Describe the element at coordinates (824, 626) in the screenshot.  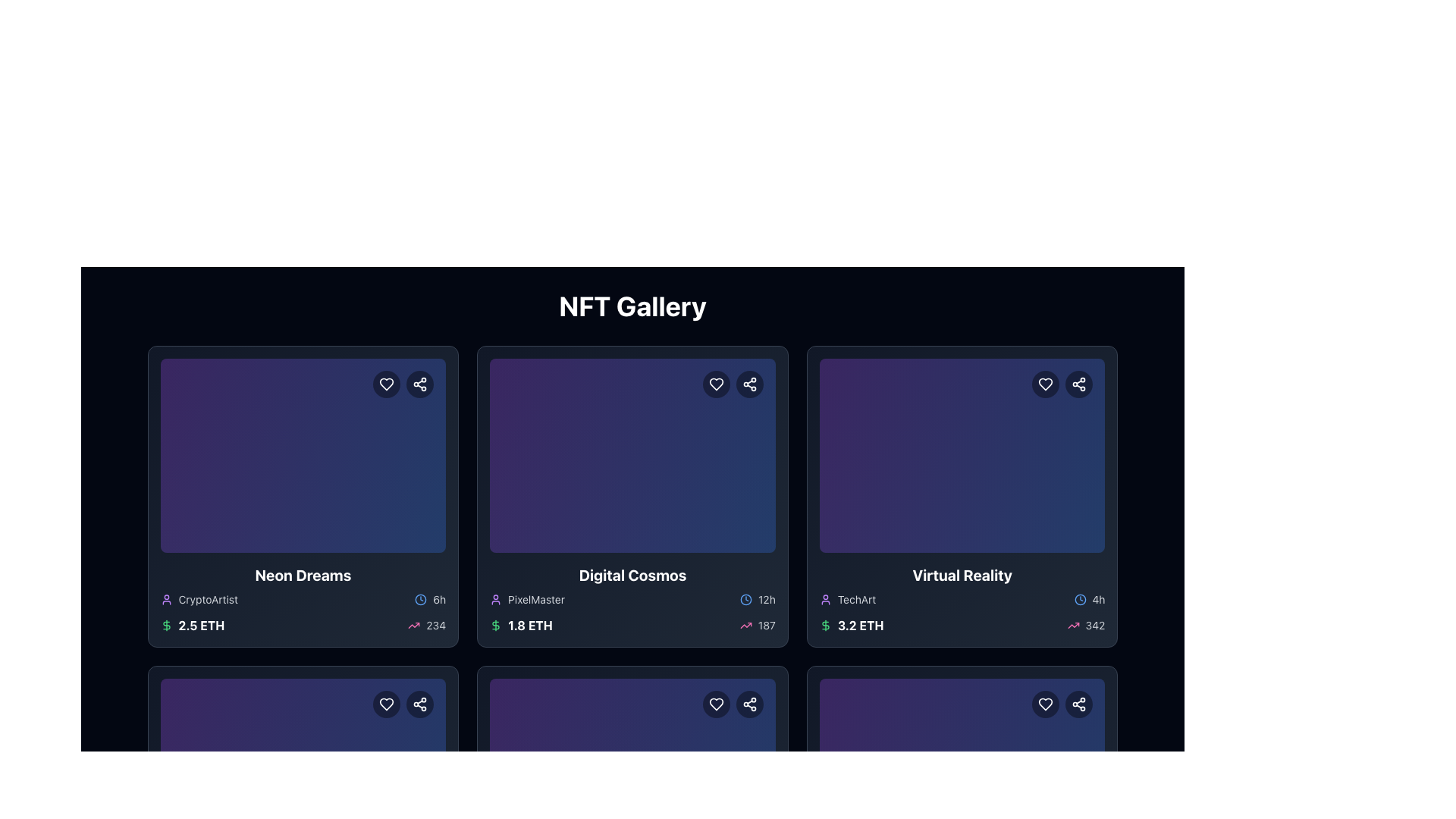
I see `the dollar sign icon styled with a green hue, located to the left of the text '3.2 ETH' within the 'Virtual Reality' card in the third column of the upper row of displayed cards` at that location.